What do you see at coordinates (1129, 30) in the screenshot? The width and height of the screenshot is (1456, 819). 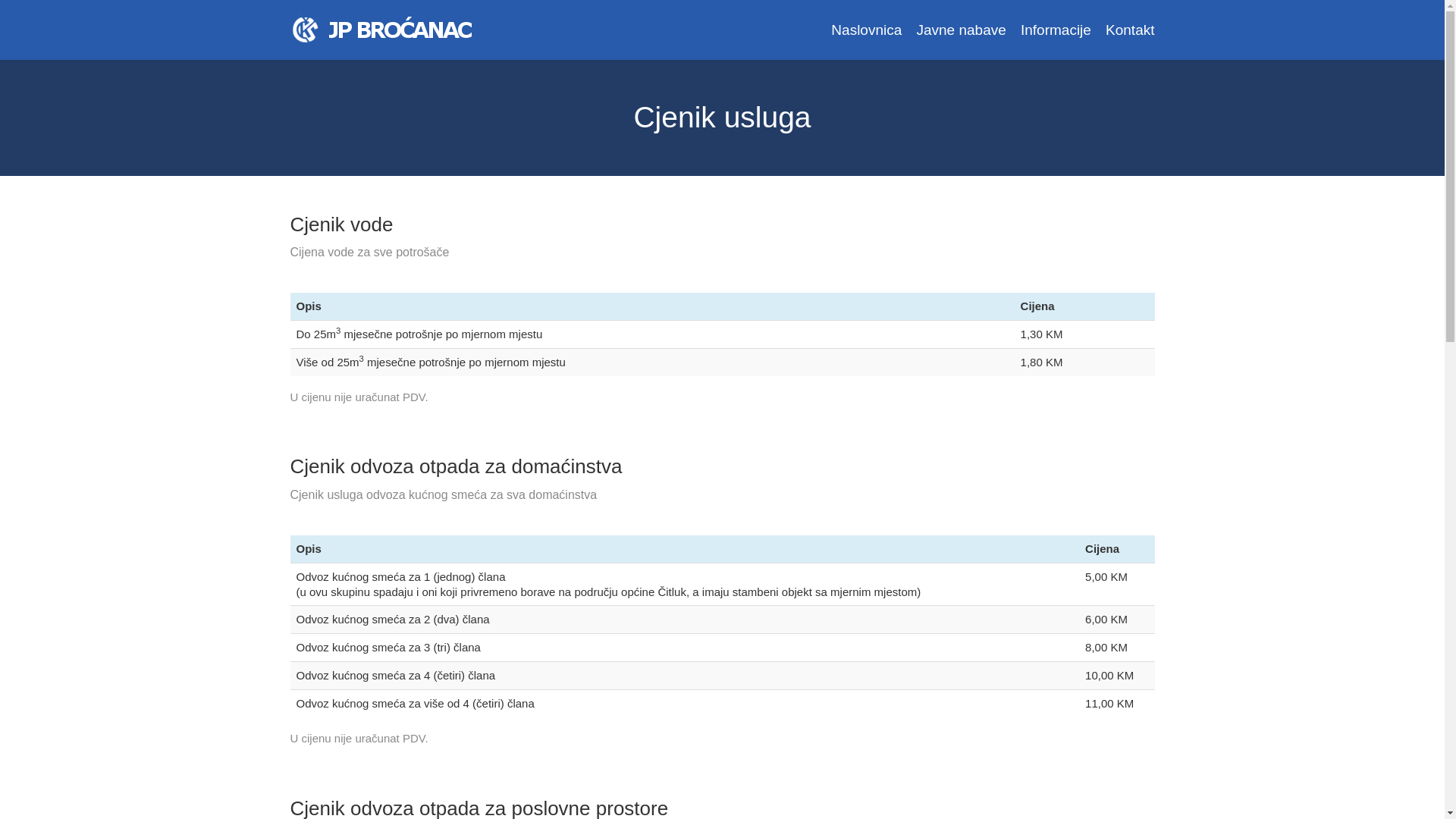 I see `'Kontakt'` at bounding box center [1129, 30].